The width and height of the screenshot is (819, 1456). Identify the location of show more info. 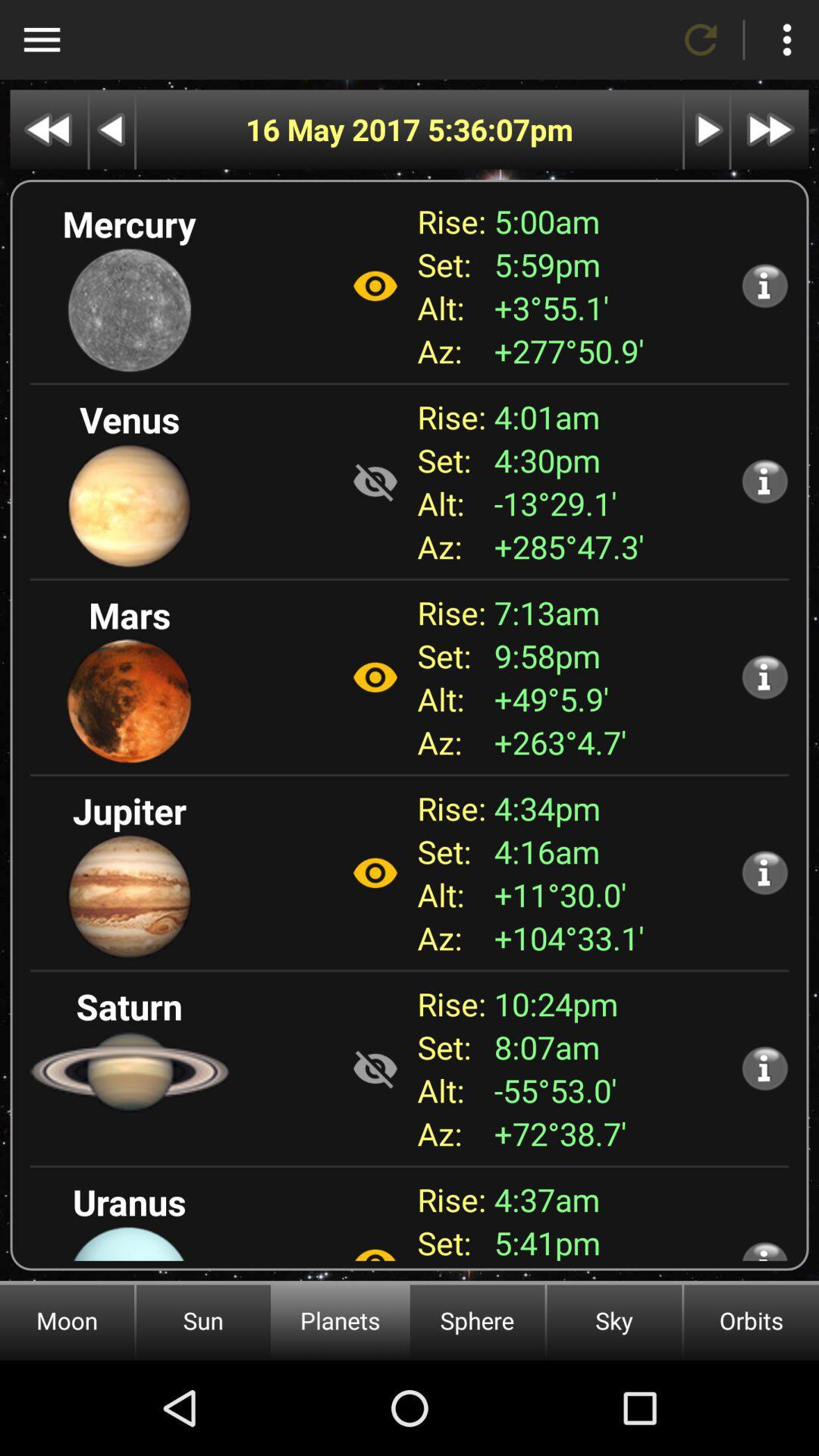
(764, 872).